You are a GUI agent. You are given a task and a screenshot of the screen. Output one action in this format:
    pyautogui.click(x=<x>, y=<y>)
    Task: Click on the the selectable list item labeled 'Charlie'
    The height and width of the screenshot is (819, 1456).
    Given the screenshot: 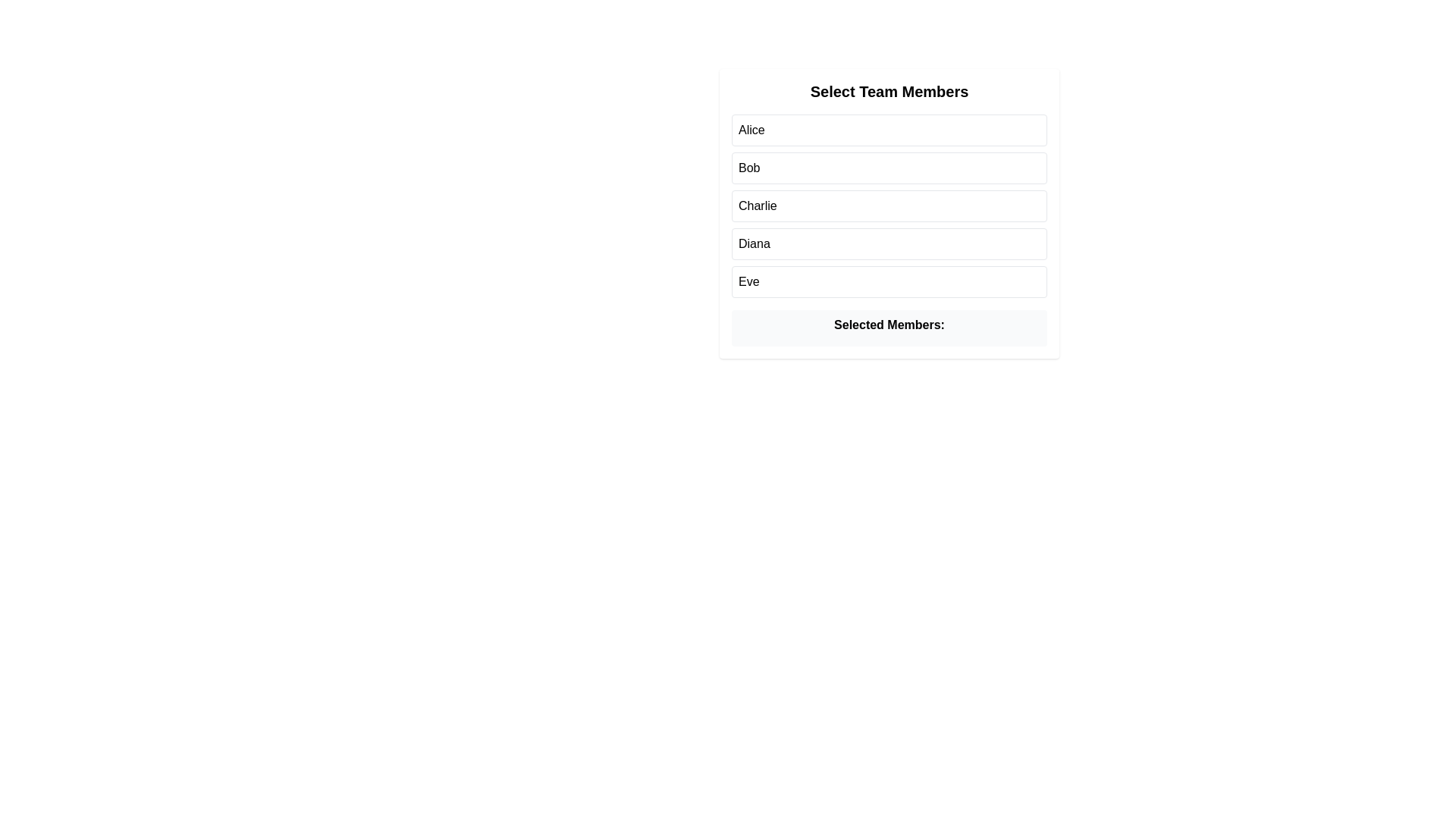 What is the action you would take?
    pyautogui.click(x=889, y=206)
    